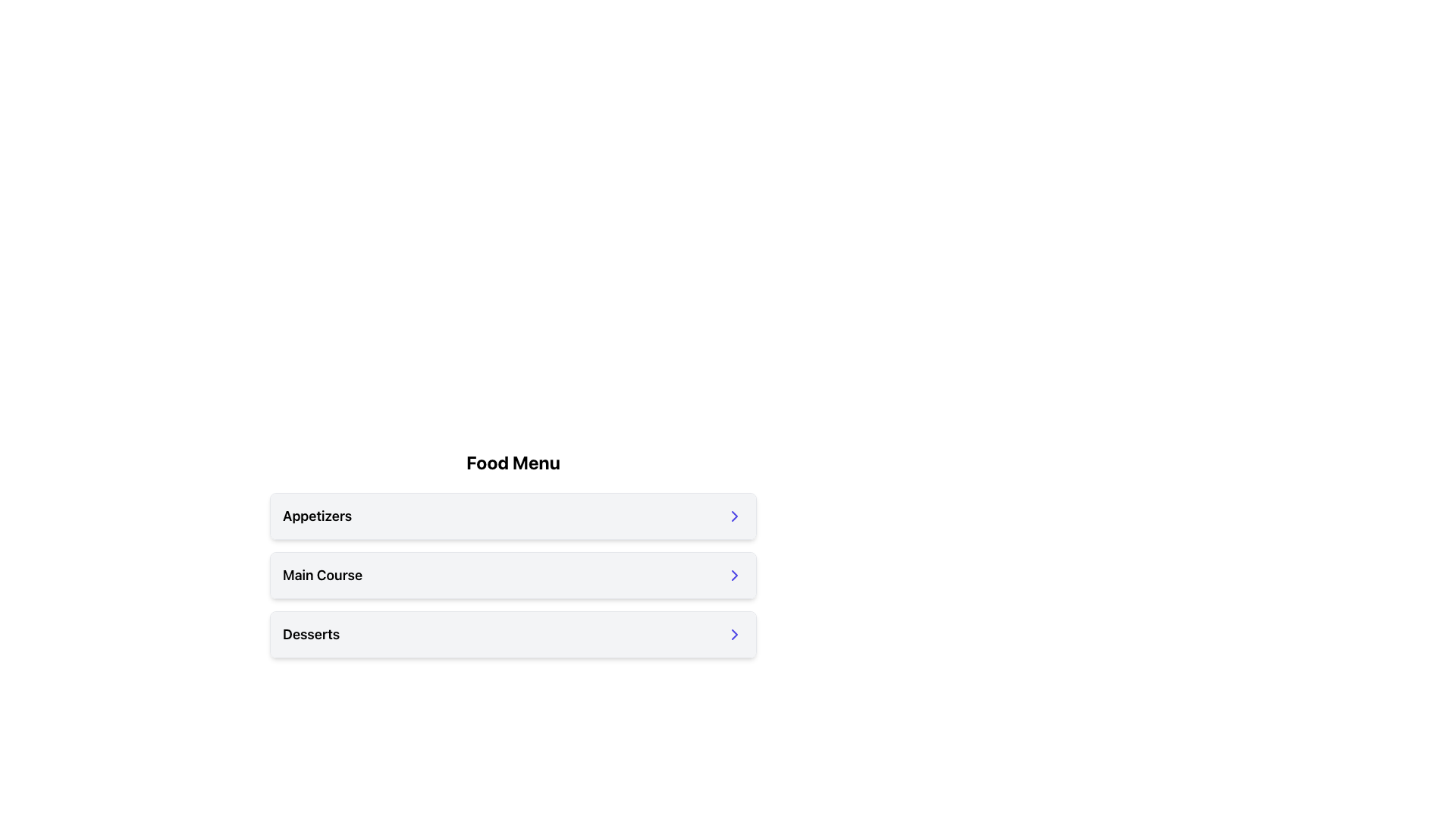 Image resolution: width=1456 pixels, height=819 pixels. Describe the element at coordinates (735, 576) in the screenshot. I see `the chevron icon located on the far right side of the 'Main Course' menu item` at that location.